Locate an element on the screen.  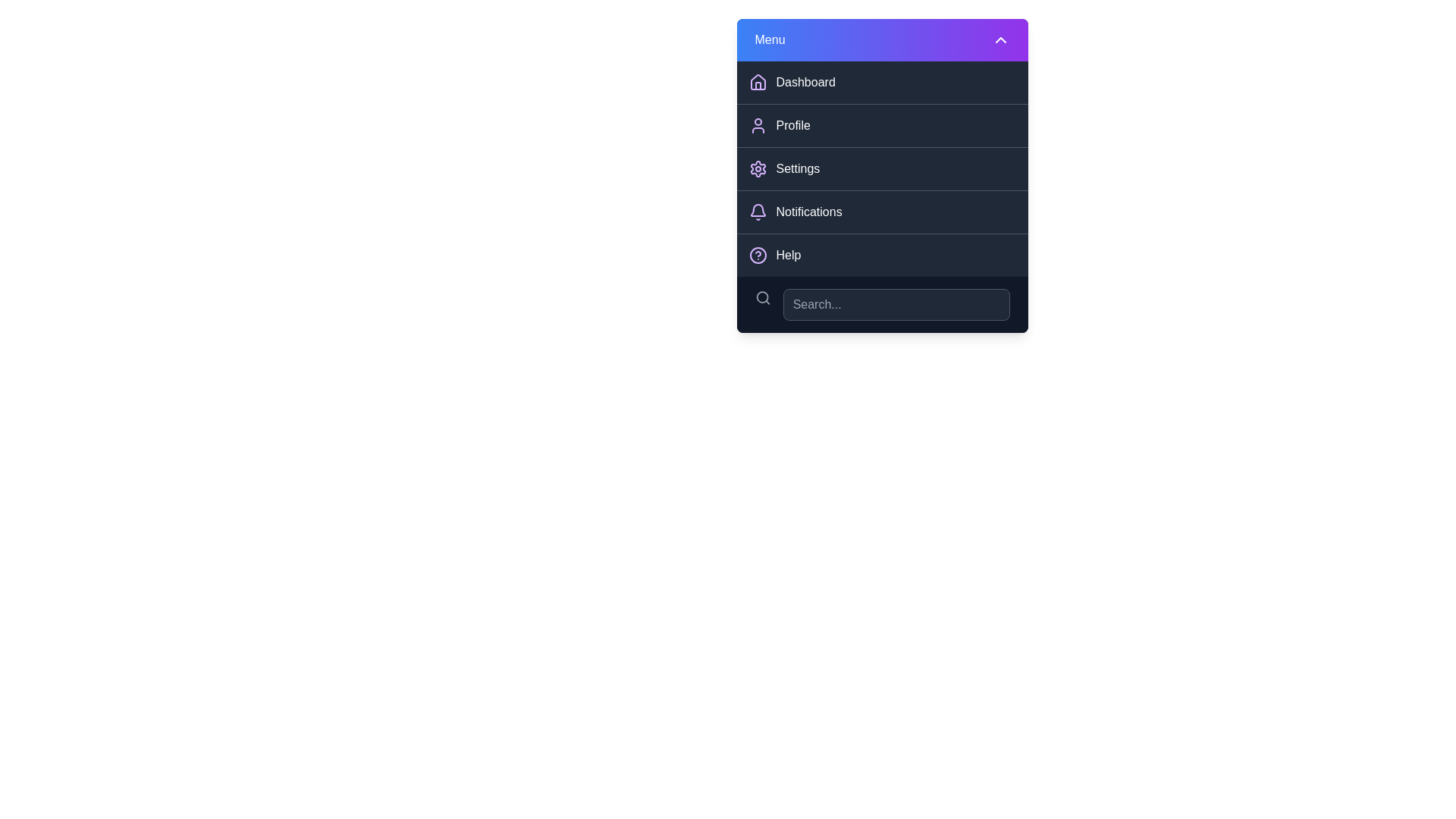
the first button in the menu list is located at coordinates (882, 82).